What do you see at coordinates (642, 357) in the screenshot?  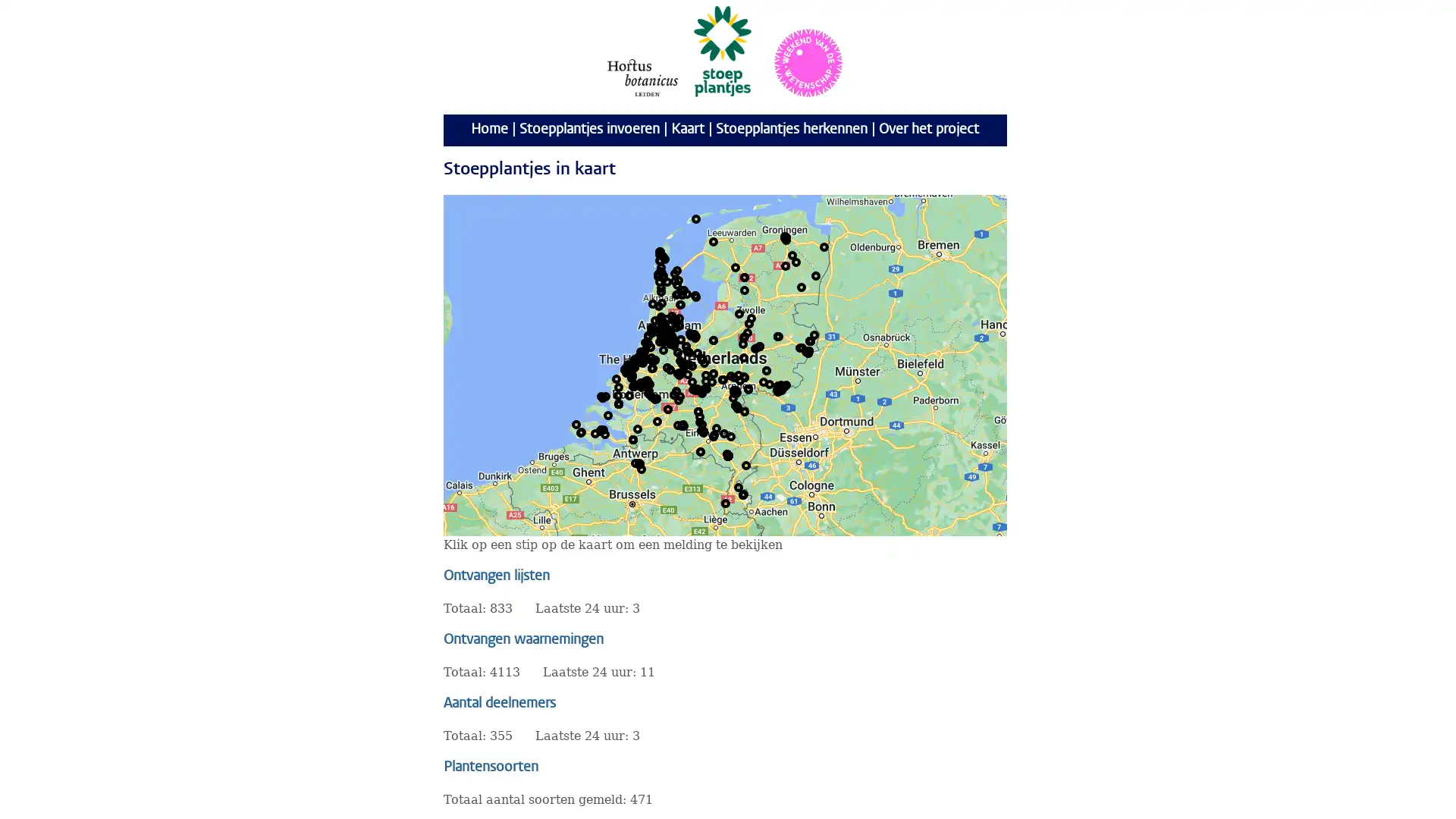 I see `Telling van Thalents Leiden op 26 maart 2022` at bounding box center [642, 357].